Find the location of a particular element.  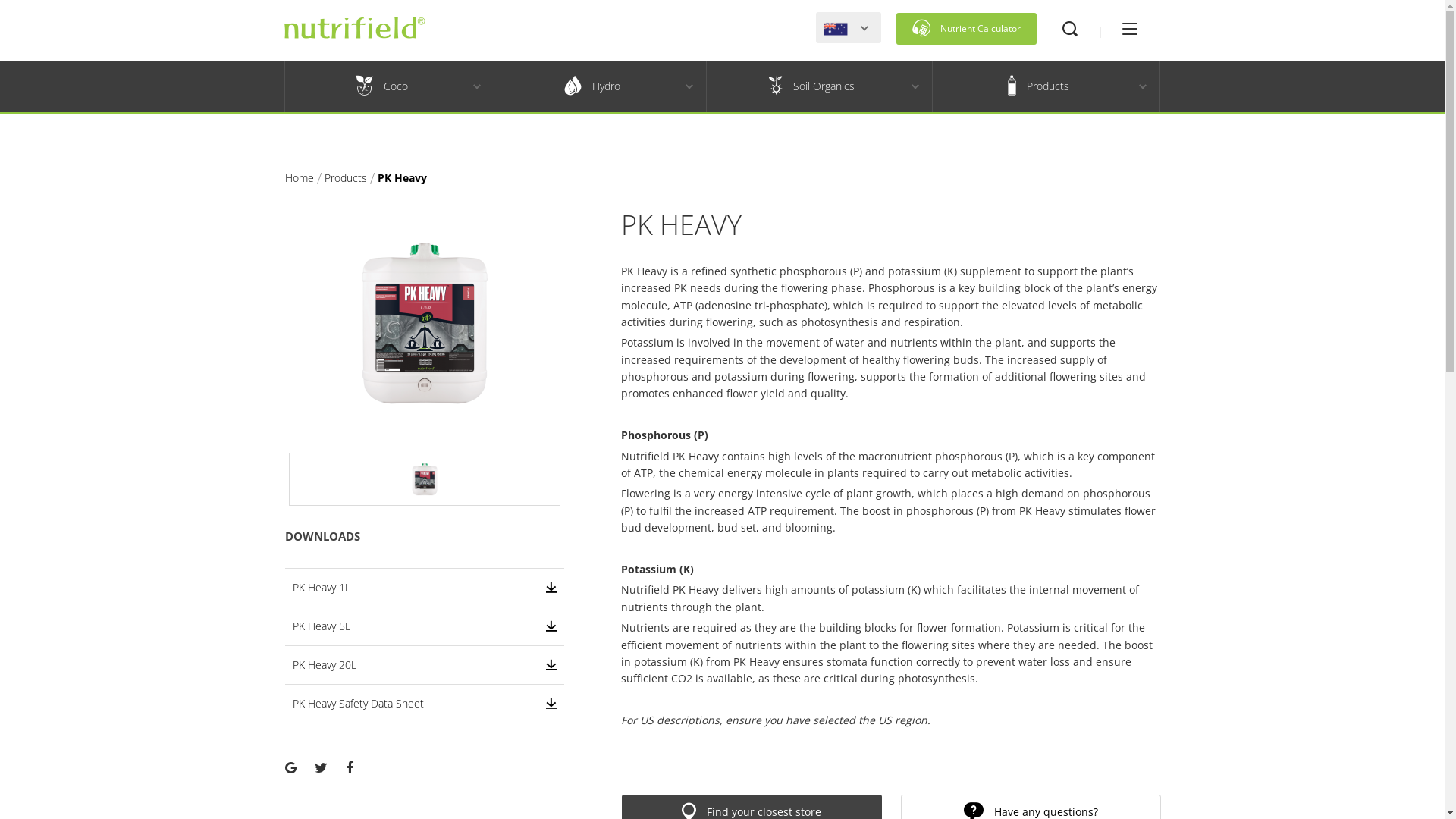

'Home' is located at coordinates (284, 177).